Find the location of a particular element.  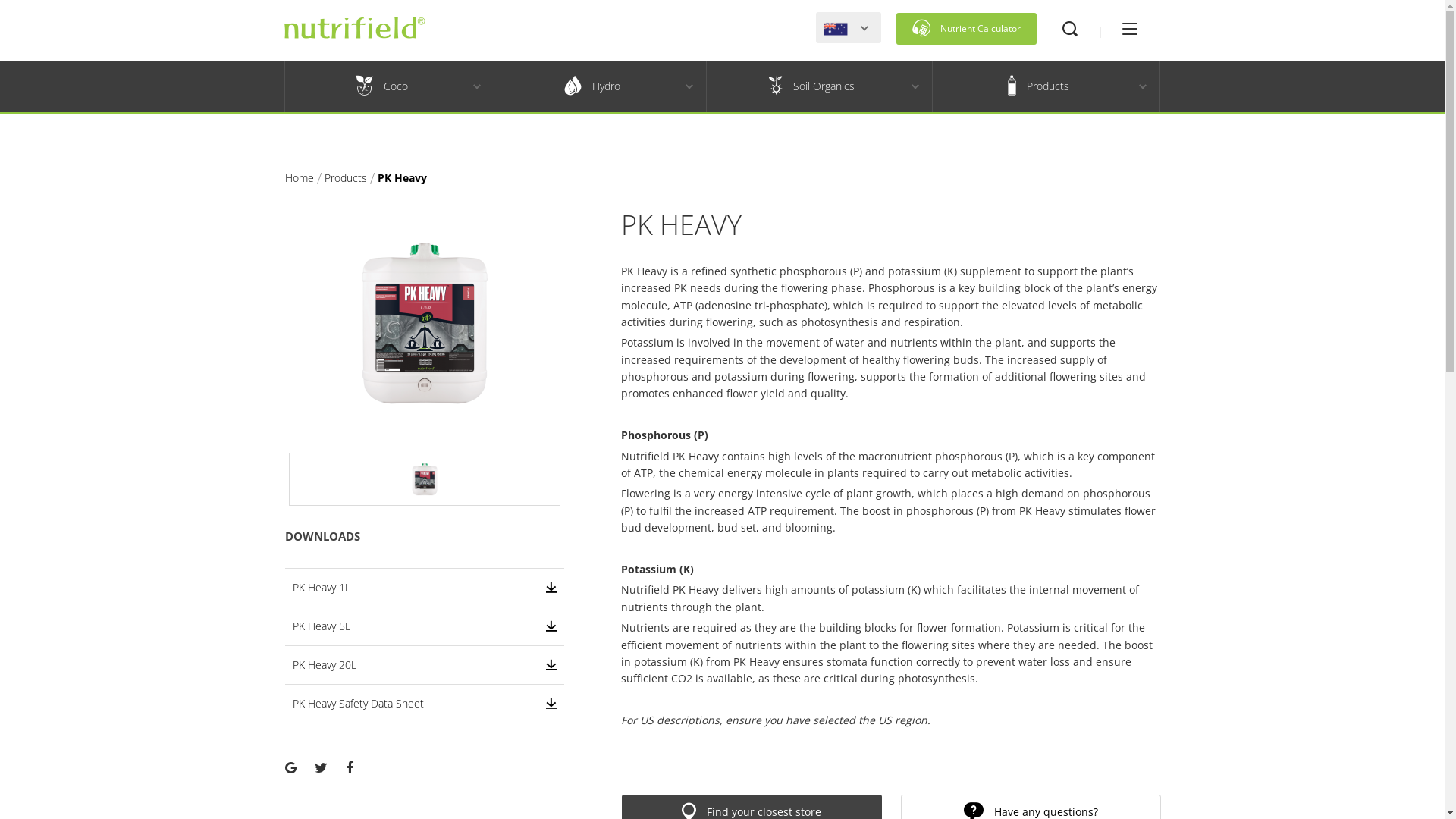

'Home' is located at coordinates (284, 177).